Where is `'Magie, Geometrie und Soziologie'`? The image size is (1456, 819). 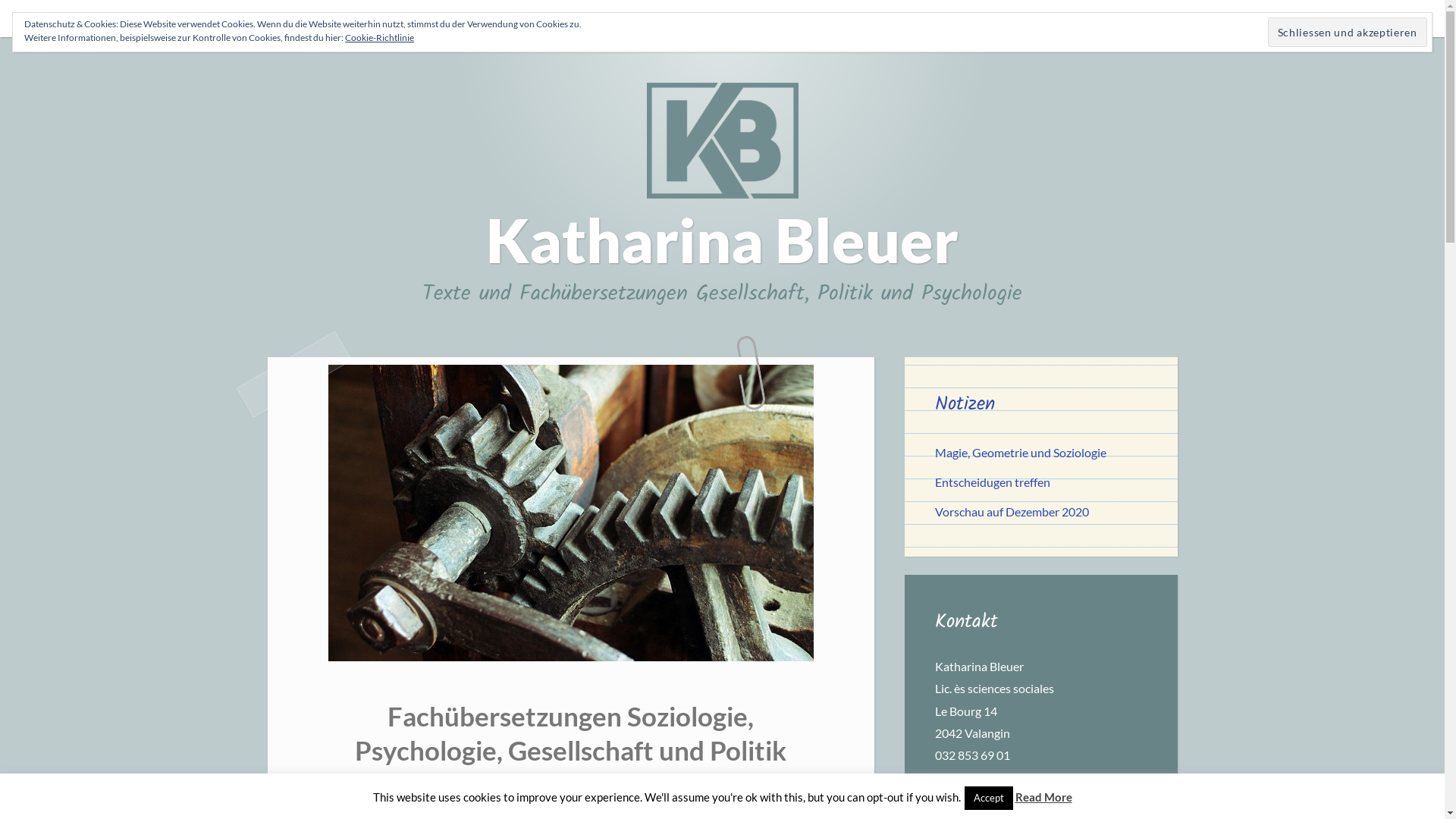 'Magie, Geometrie und Soziologie' is located at coordinates (1019, 451).